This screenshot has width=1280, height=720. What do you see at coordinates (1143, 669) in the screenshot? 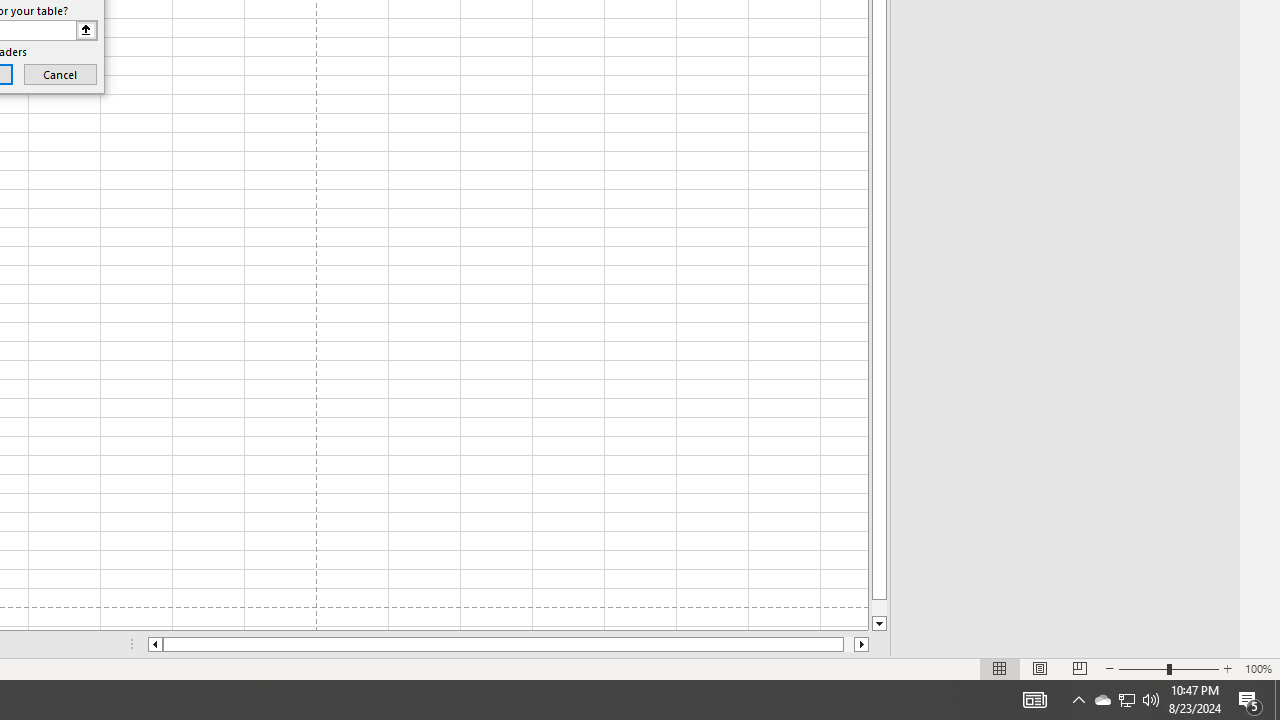
I see `'Zoom Out'` at bounding box center [1143, 669].